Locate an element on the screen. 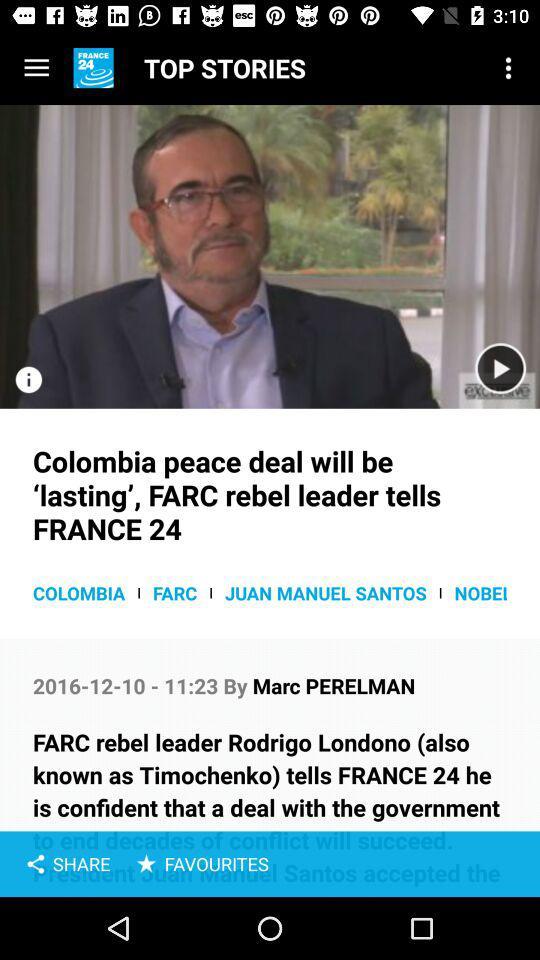 Image resolution: width=540 pixels, height=960 pixels. option is located at coordinates (499, 368).